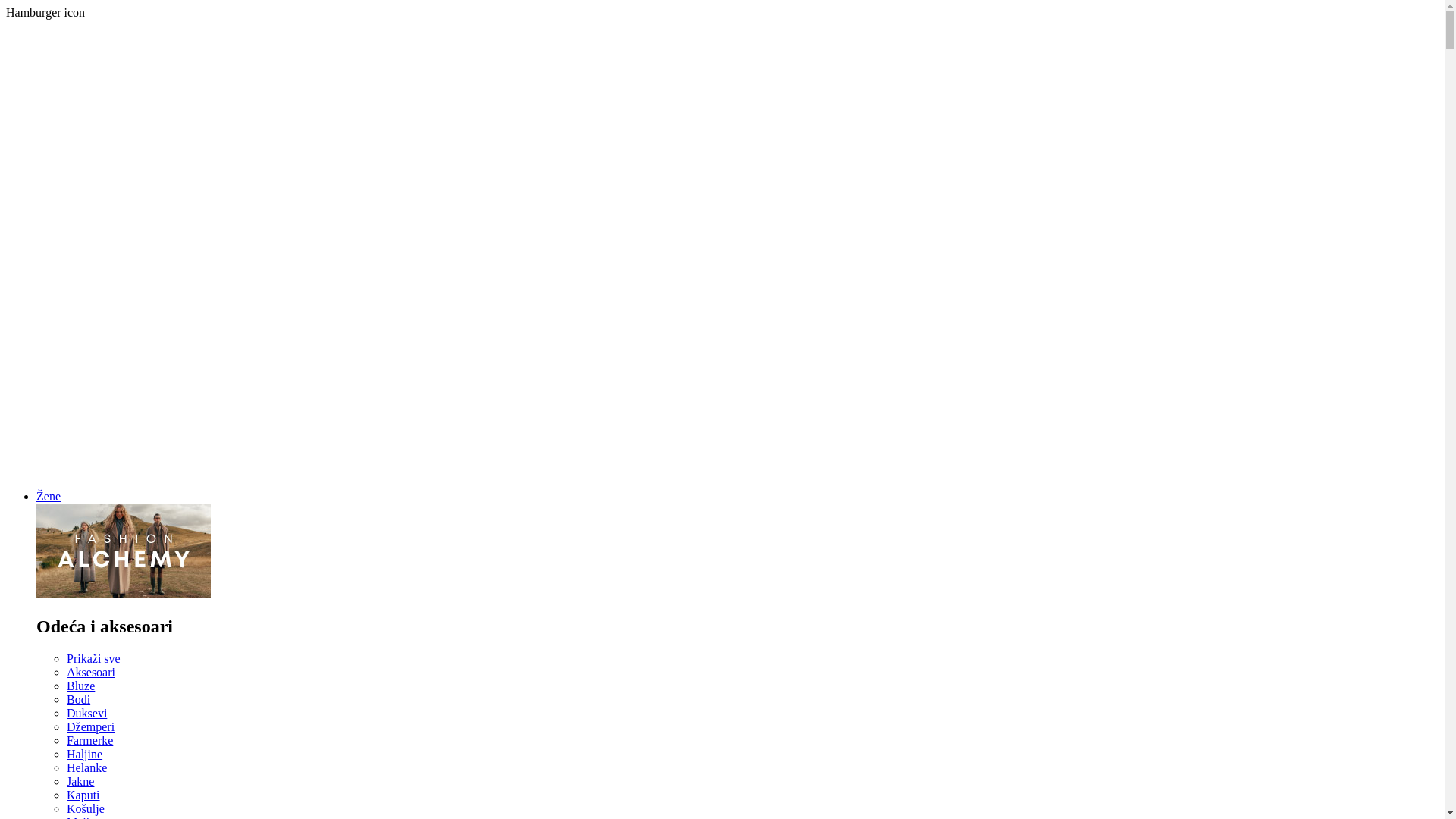 This screenshot has height=819, width=1456. What do you see at coordinates (89, 739) in the screenshot?
I see `'Farmerke'` at bounding box center [89, 739].